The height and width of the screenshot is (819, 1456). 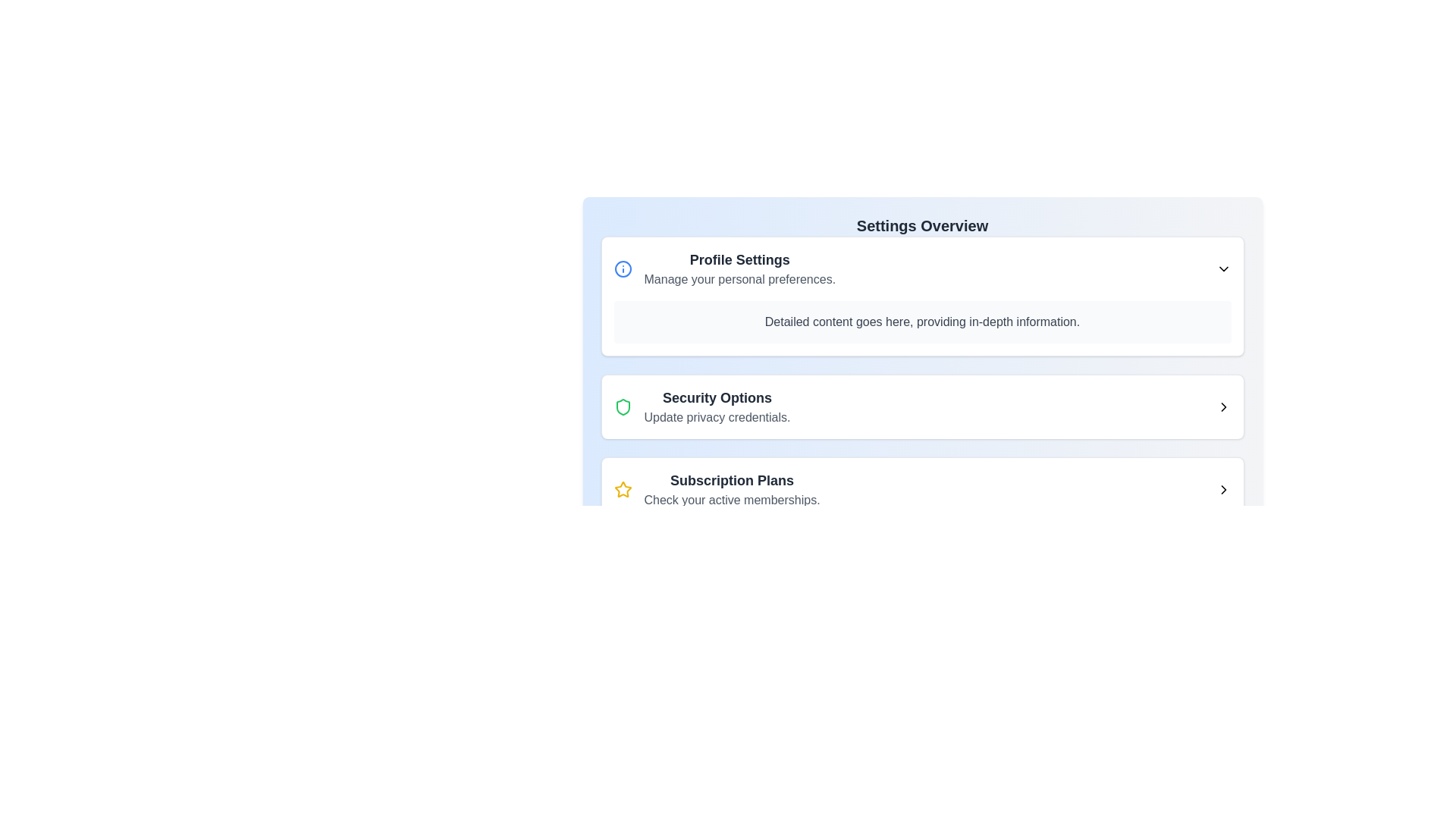 I want to click on the visual representation of the circular blue icon resembling an information symbol, which is located to the left of the 'Profile Settings' header in the 'Settings Overview' panel, so click(x=623, y=268).